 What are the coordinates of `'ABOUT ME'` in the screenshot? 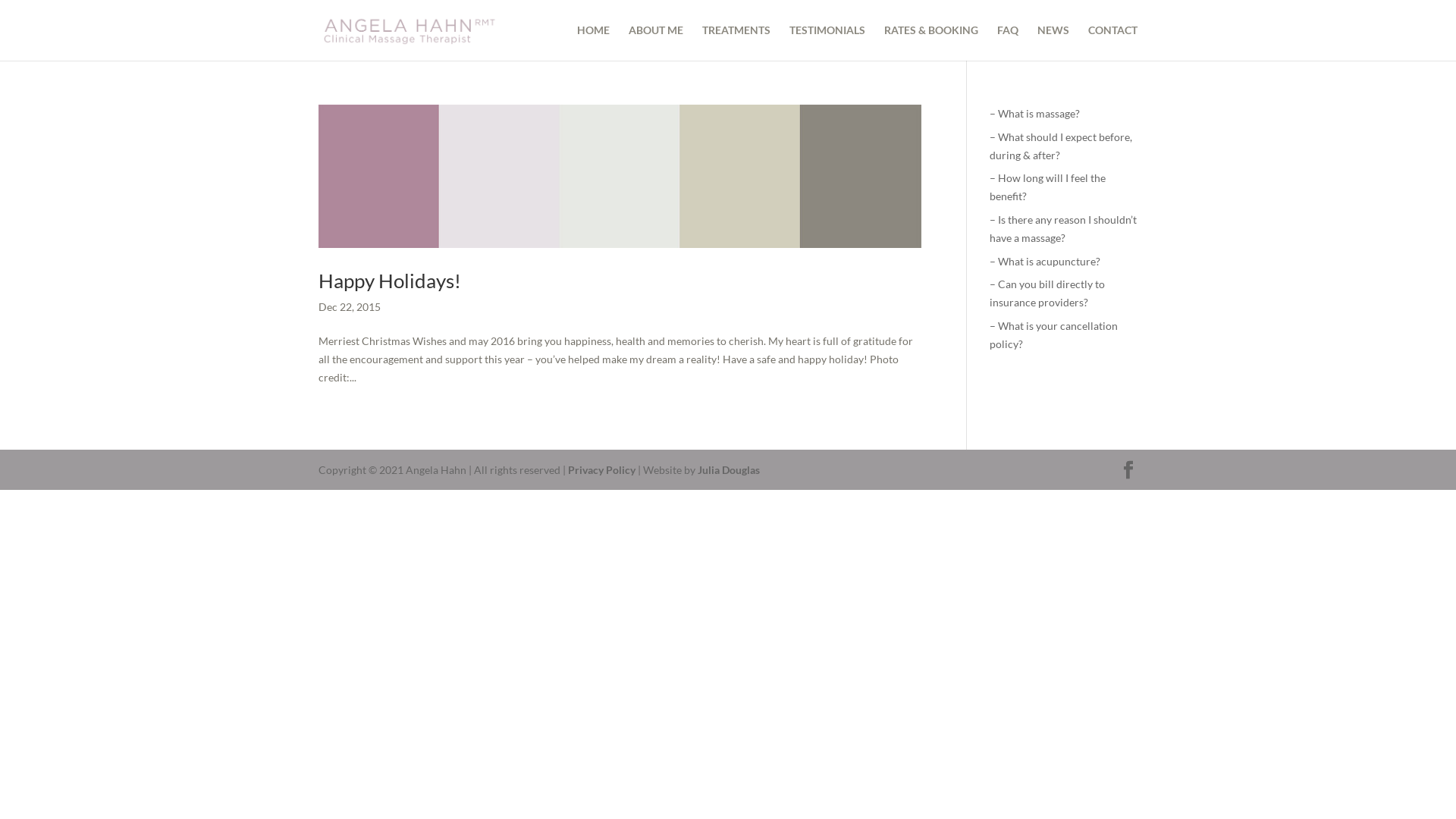 It's located at (655, 42).